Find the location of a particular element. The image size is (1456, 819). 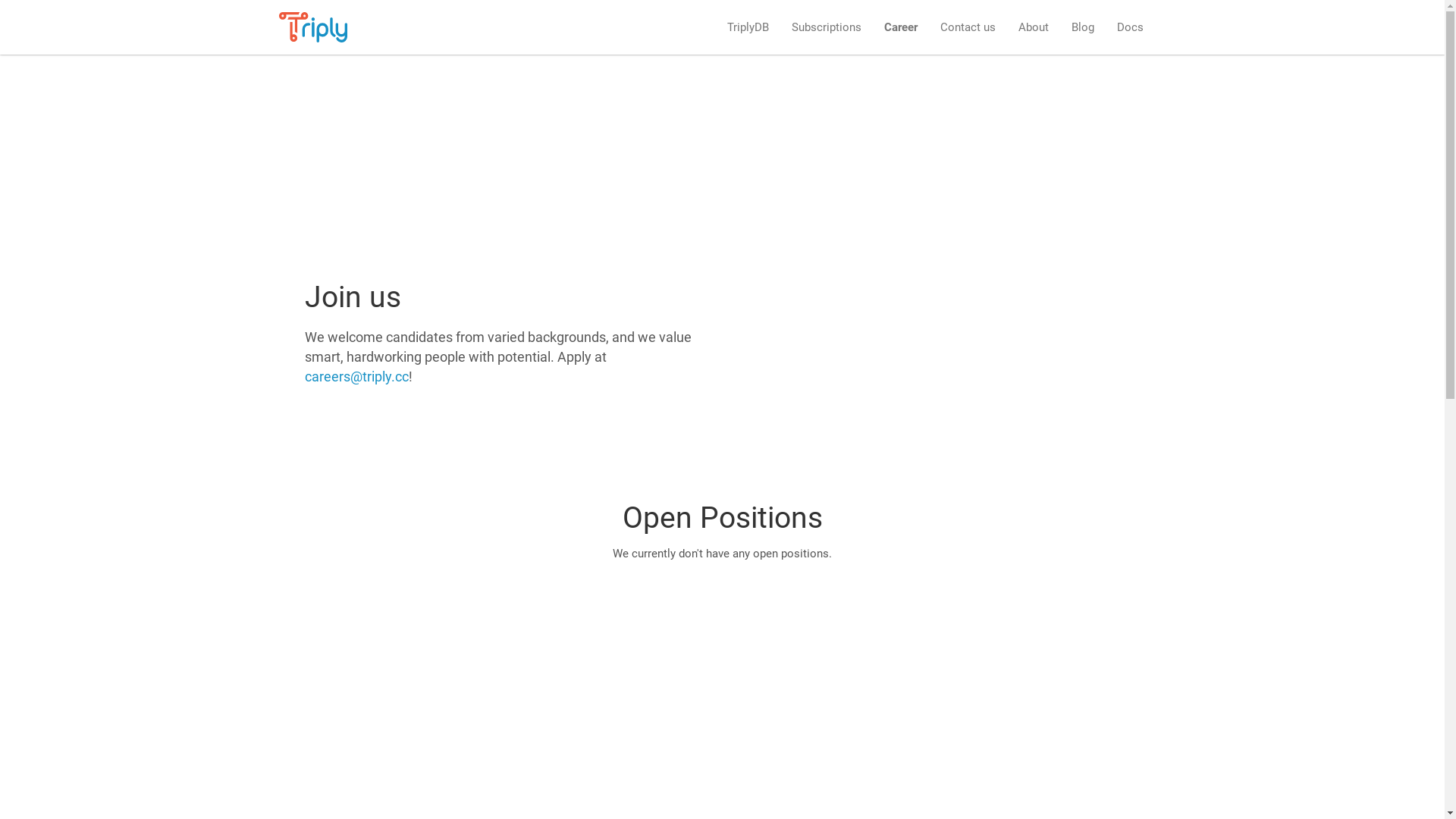

'Blog' is located at coordinates (1082, 27).